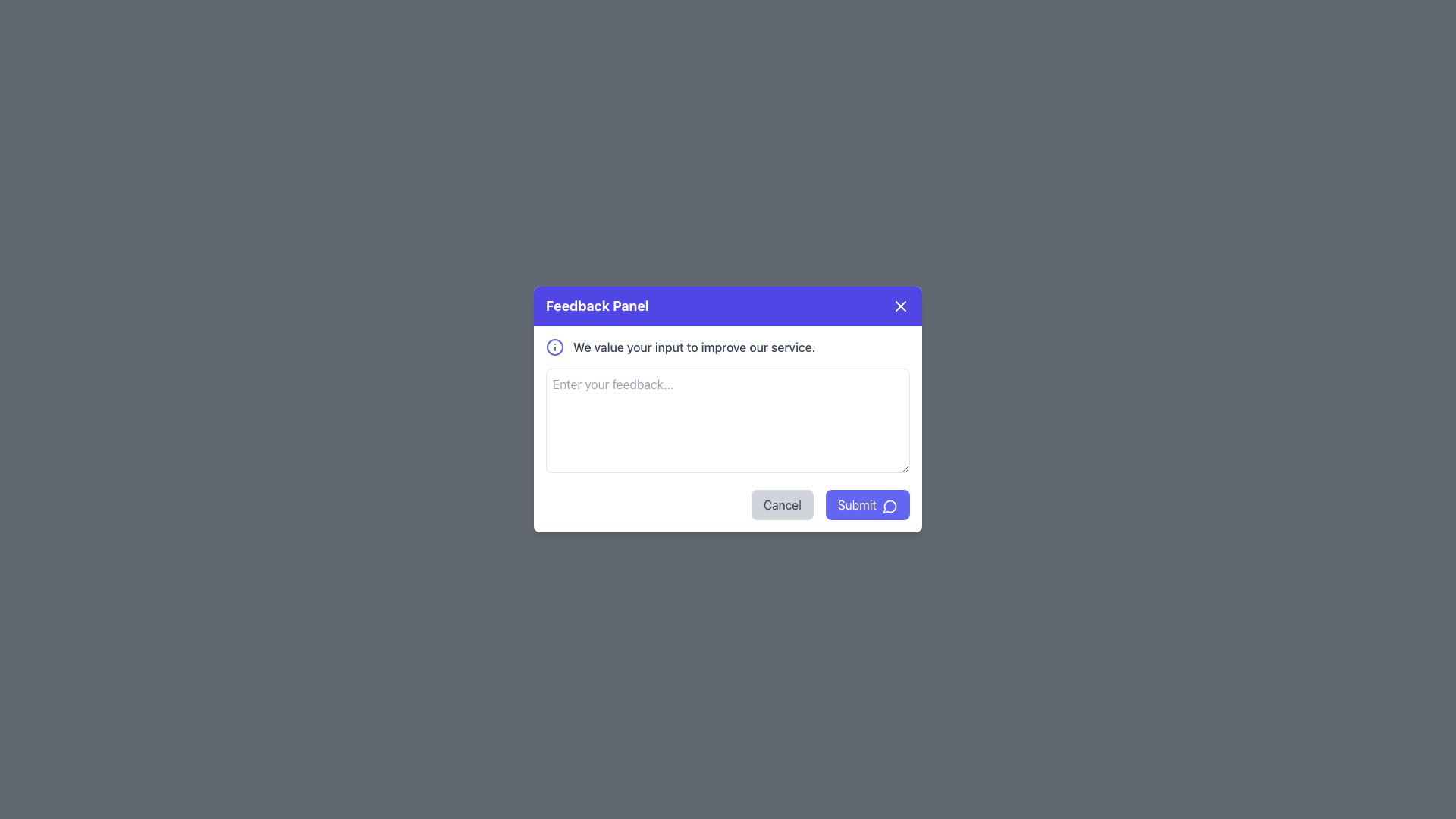 This screenshot has height=819, width=1456. I want to click on the Text Label that provides contextual information encouraging user feedback, located to the right of the information icon, so click(693, 347).